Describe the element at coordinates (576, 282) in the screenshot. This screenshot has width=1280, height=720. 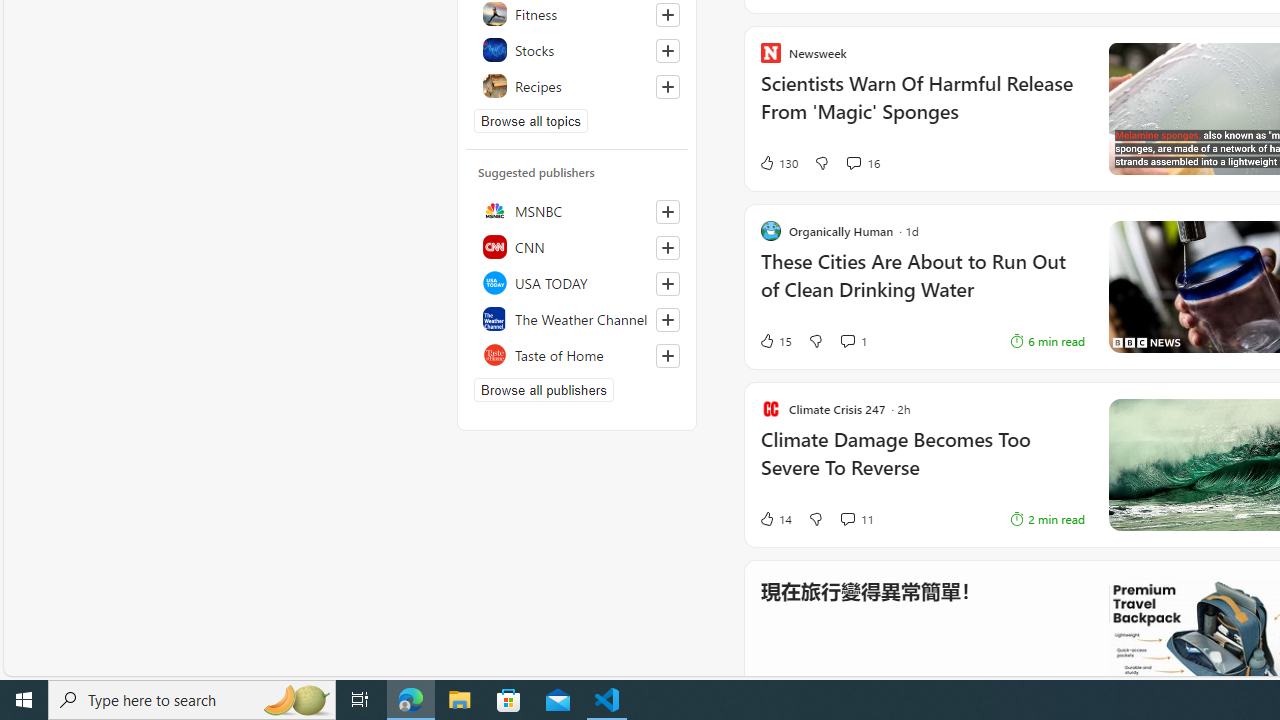
I see `'USA TODAY'` at that location.